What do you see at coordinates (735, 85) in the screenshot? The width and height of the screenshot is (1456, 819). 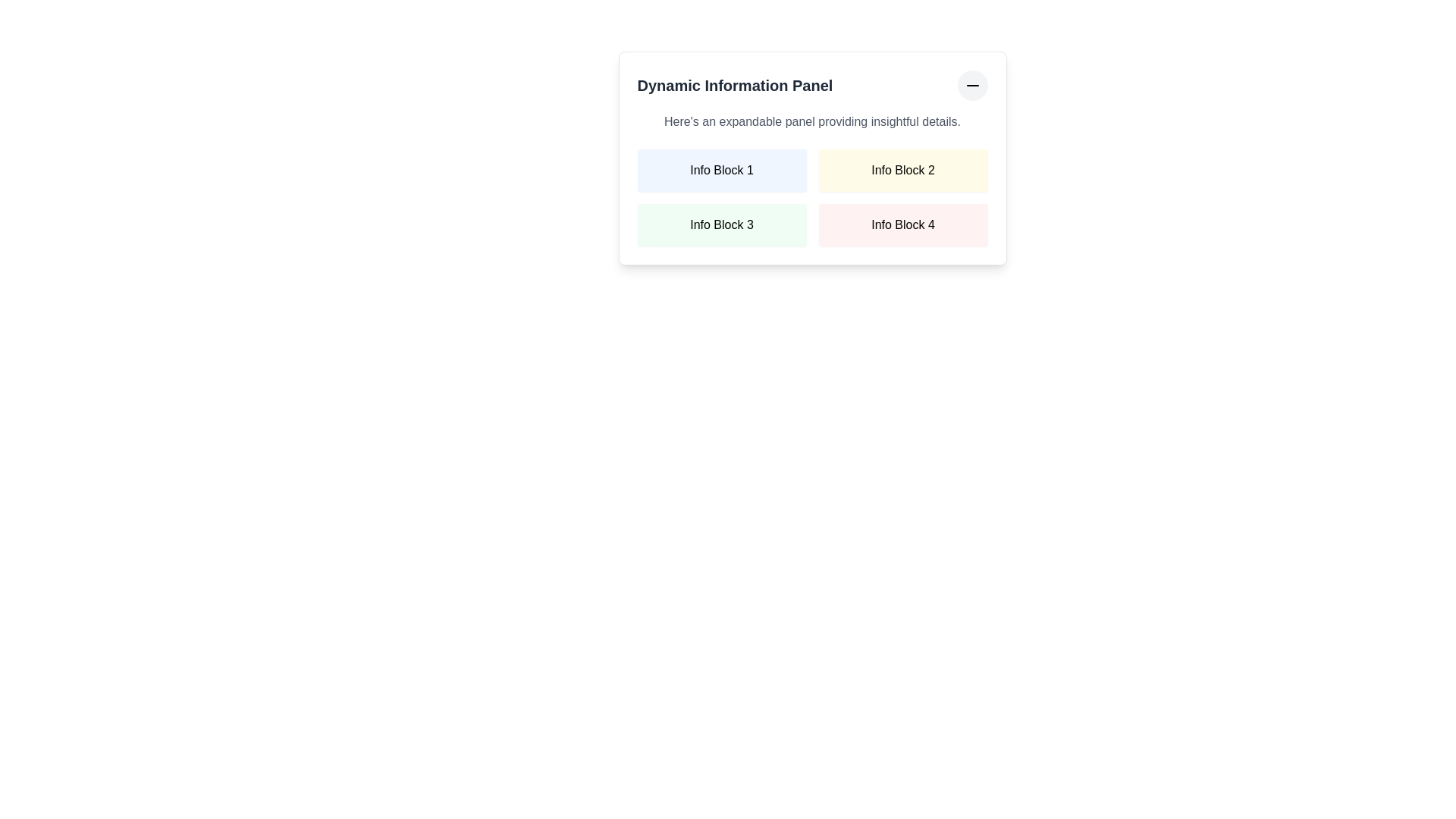 I see `the text label displaying 'Dynamic Information Panel' which is styled with bold, large gray font and located at the top-left of the information panel` at bounding box center [735, 85].